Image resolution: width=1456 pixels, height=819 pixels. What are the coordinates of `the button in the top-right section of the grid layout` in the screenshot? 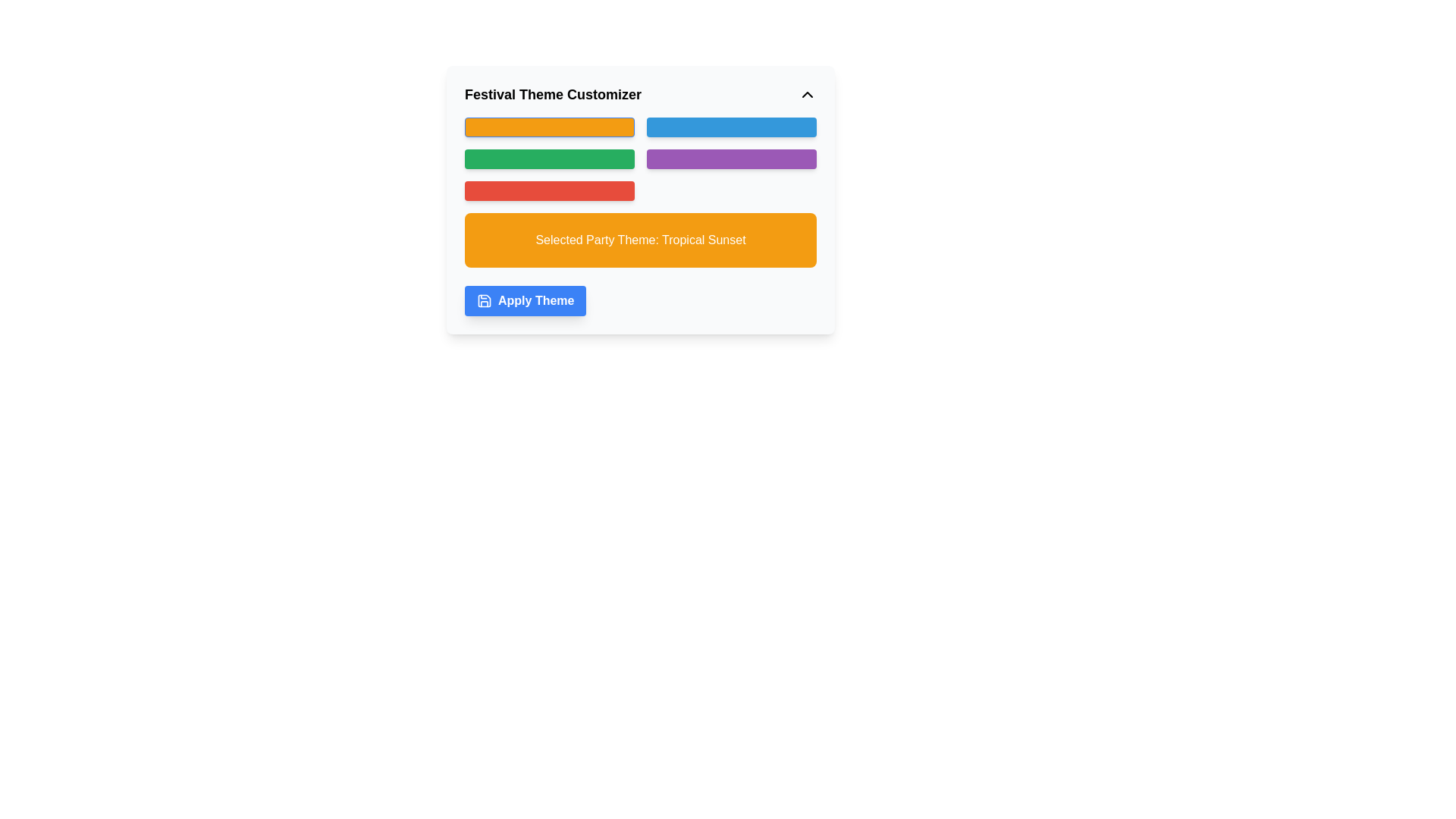 It's located at (731, 127).